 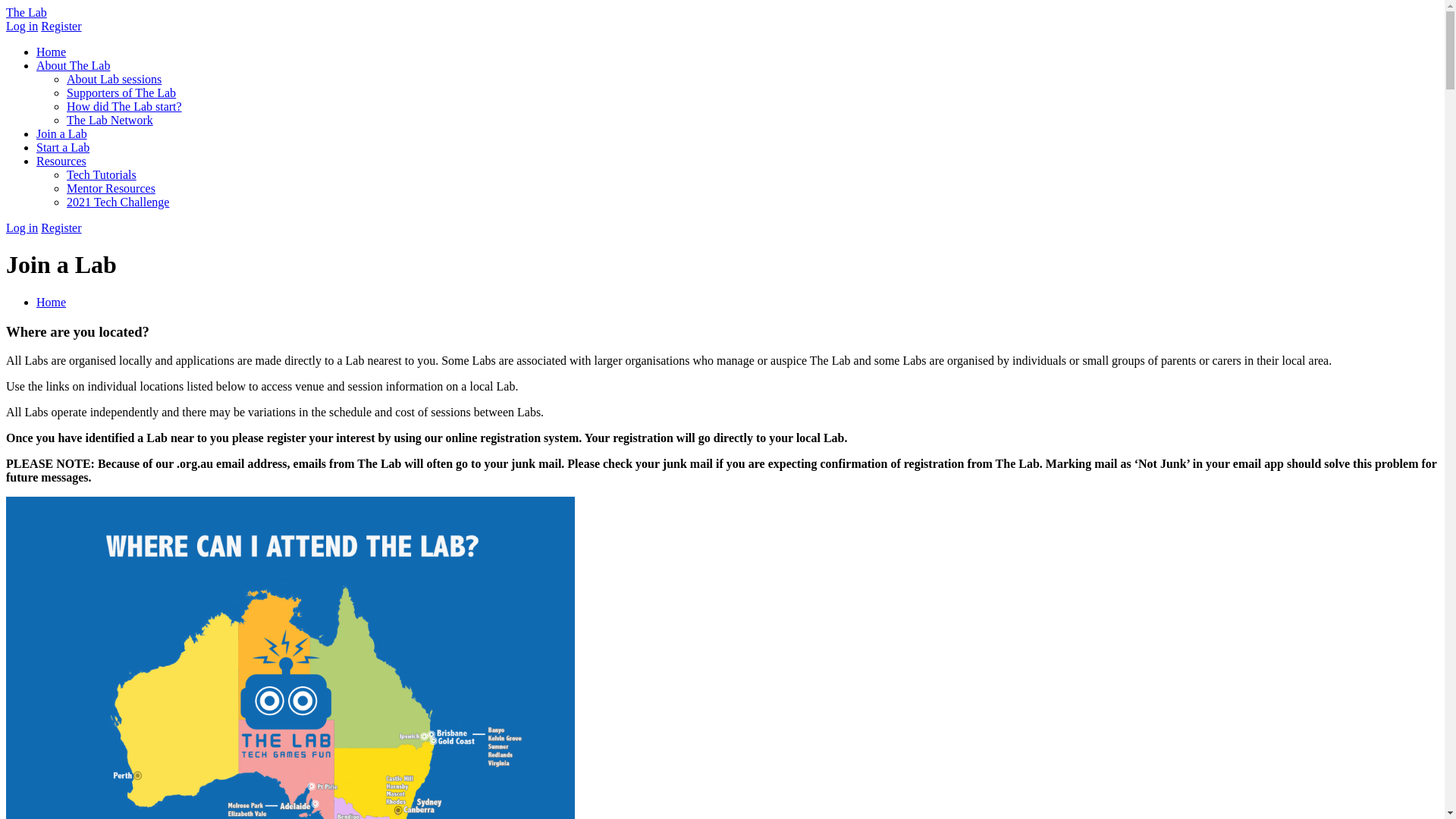 I want to click on 'The Lab Network', so click(x=108, y=119).